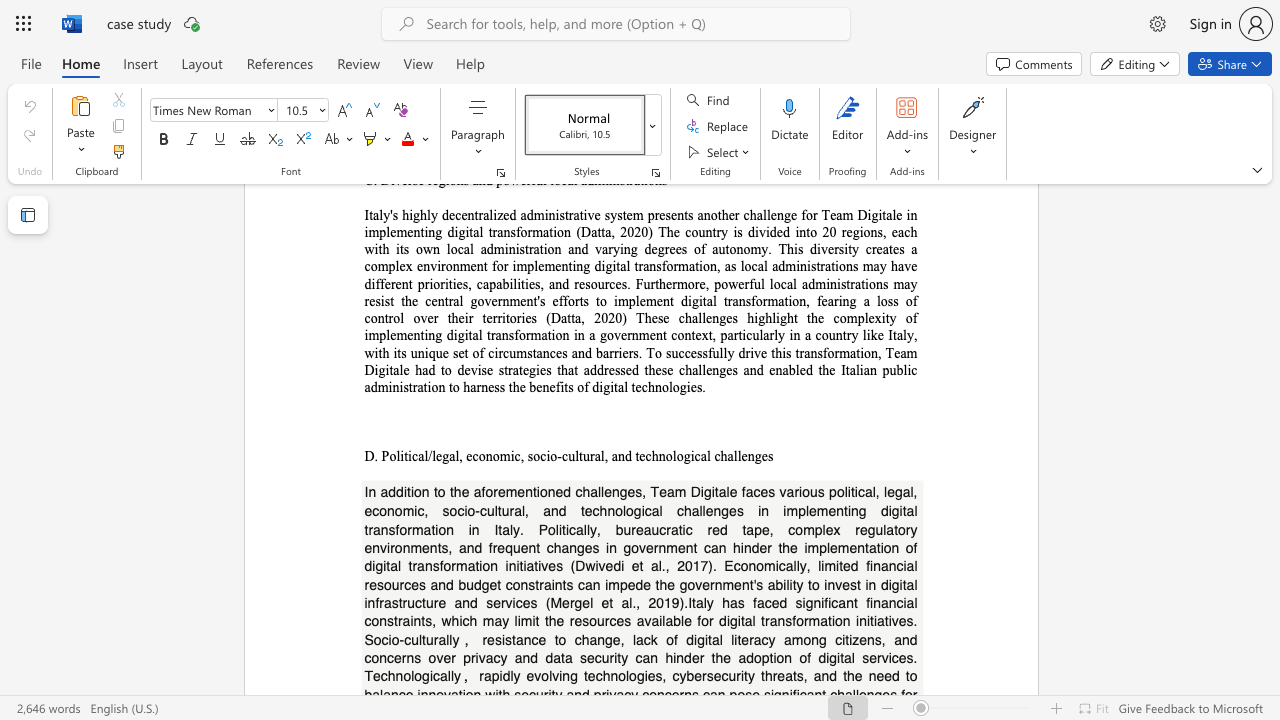 Image resolution: width=1280 pixels, height=720 pixels. I want to click on the 7th character "l" in the text, so click(451, 675).